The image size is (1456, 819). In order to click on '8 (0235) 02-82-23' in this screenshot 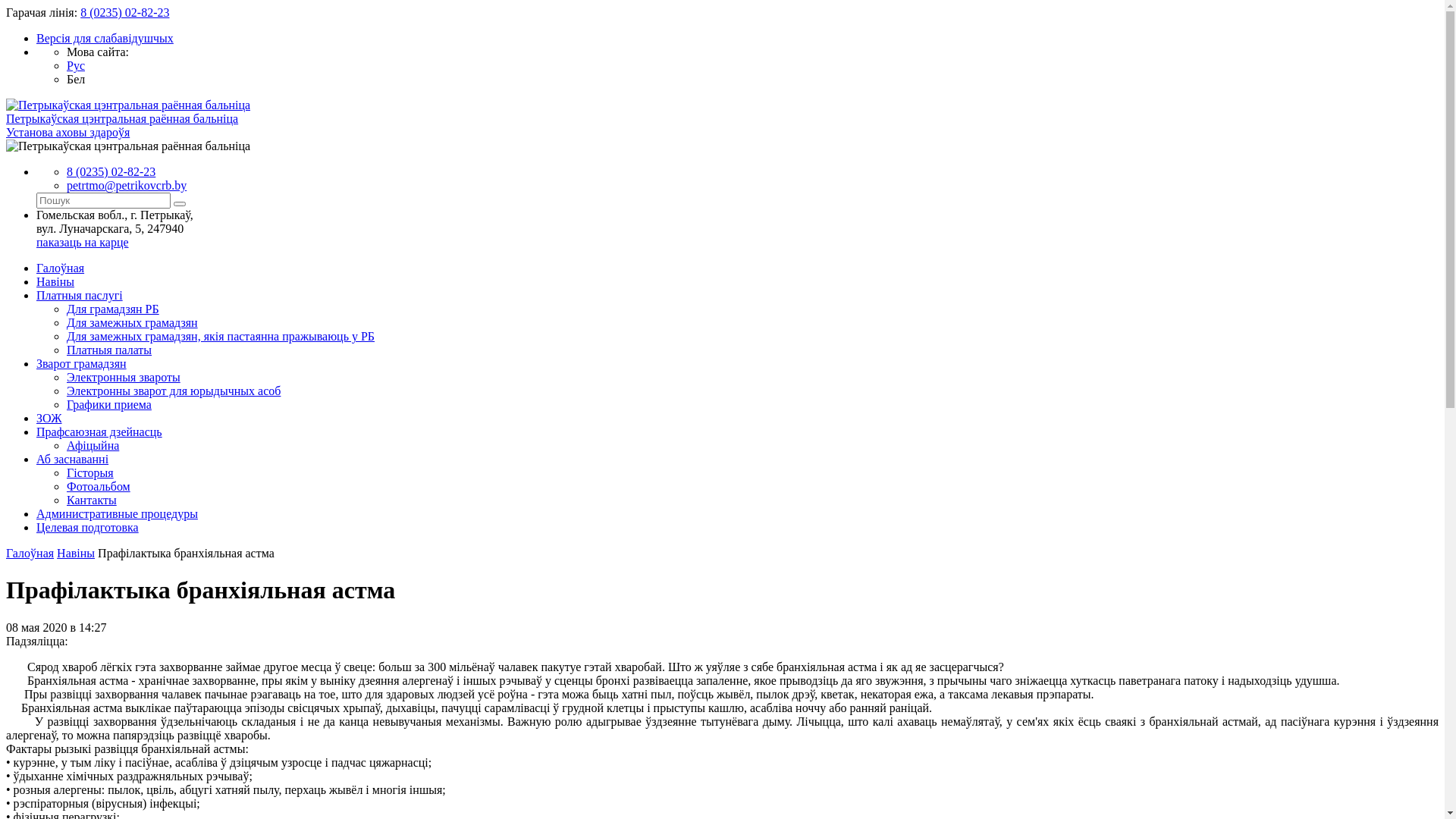, I will do `click(124, 12)`.